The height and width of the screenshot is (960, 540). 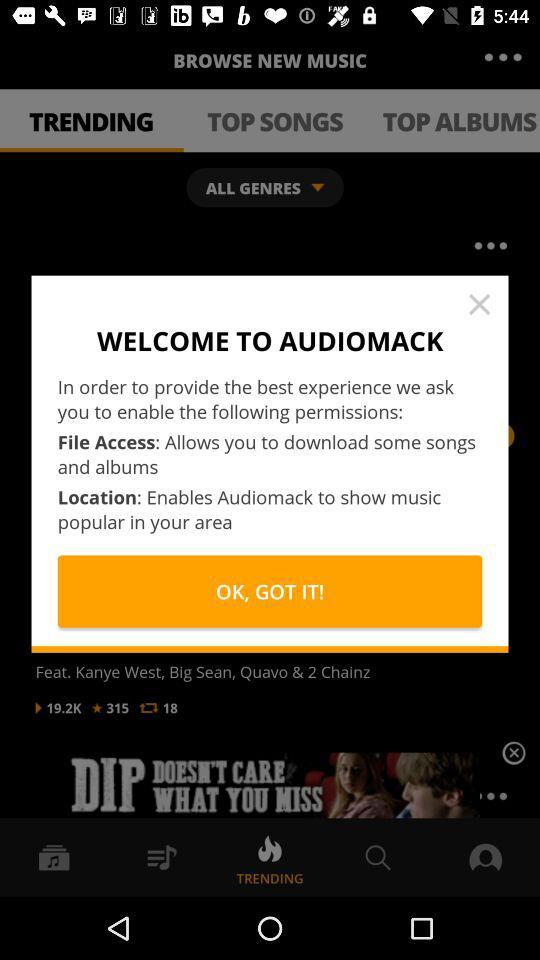 What do you see at coordinates (513, 756) in the screenshot?
I see `the close icon` at bounding box center [513, 756].